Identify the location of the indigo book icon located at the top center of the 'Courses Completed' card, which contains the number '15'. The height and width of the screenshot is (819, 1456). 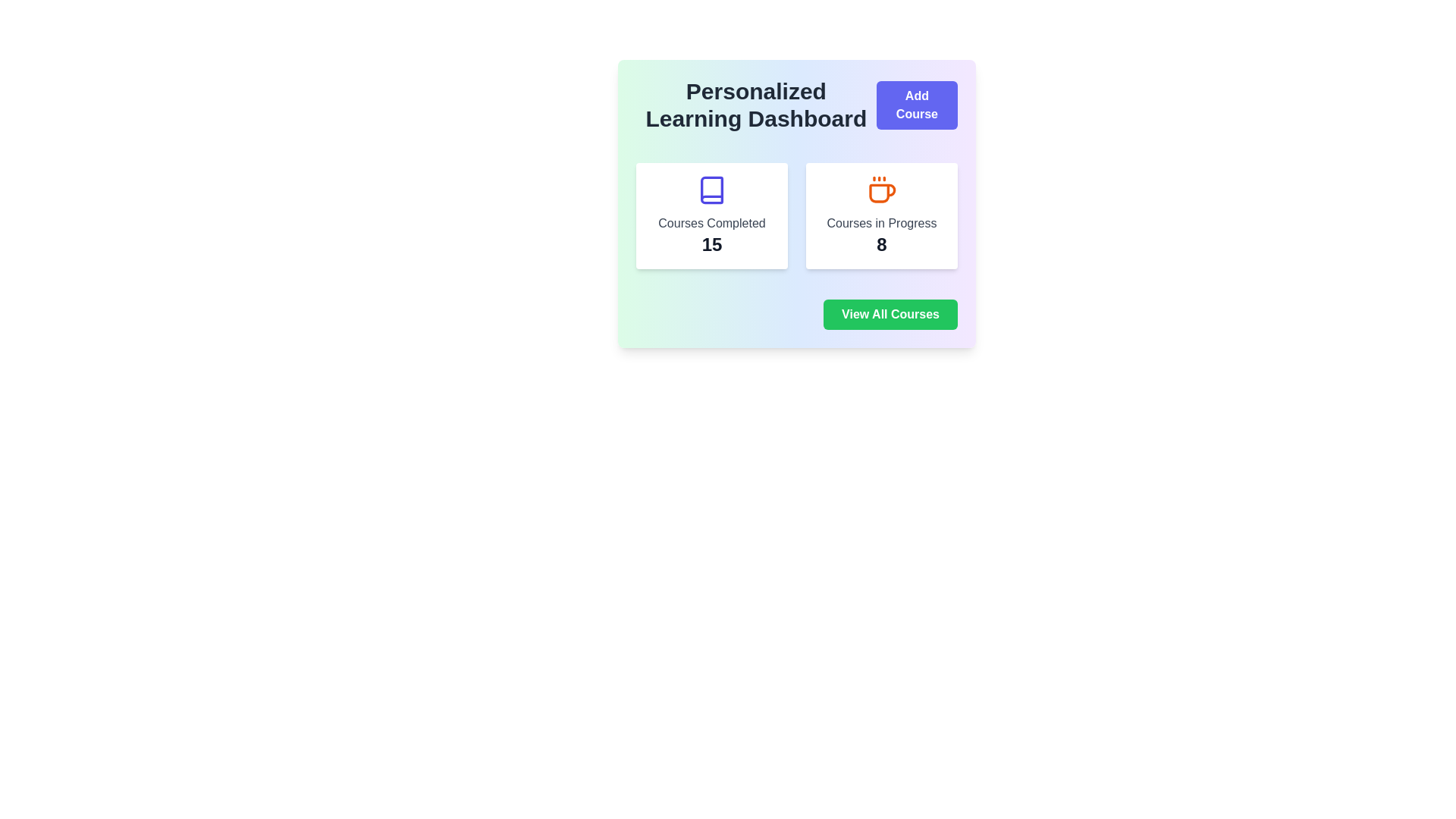
(711, 189).